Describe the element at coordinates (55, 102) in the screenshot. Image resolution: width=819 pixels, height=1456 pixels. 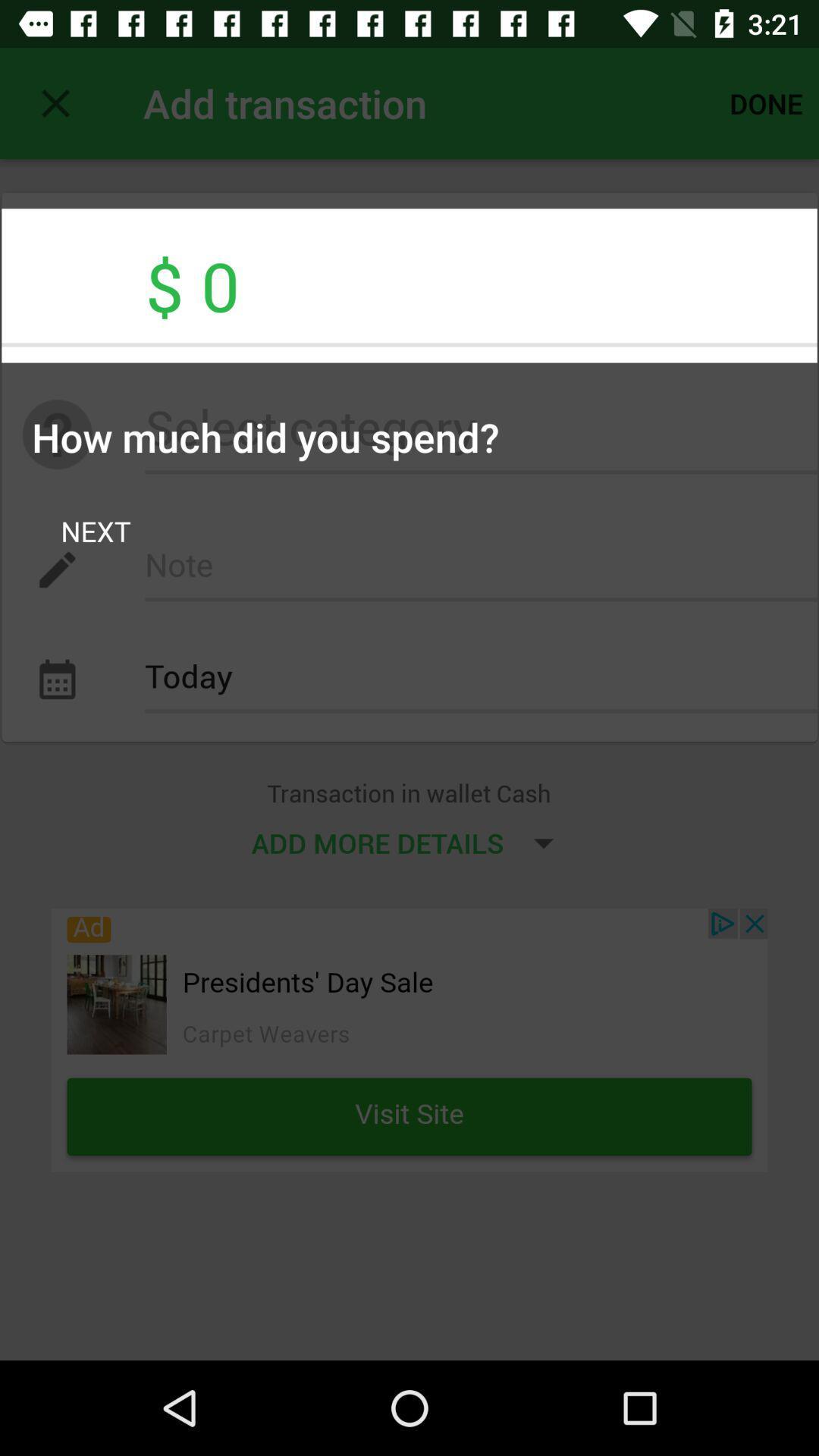
I see `the item to the left of the add transaction icon` at that location.